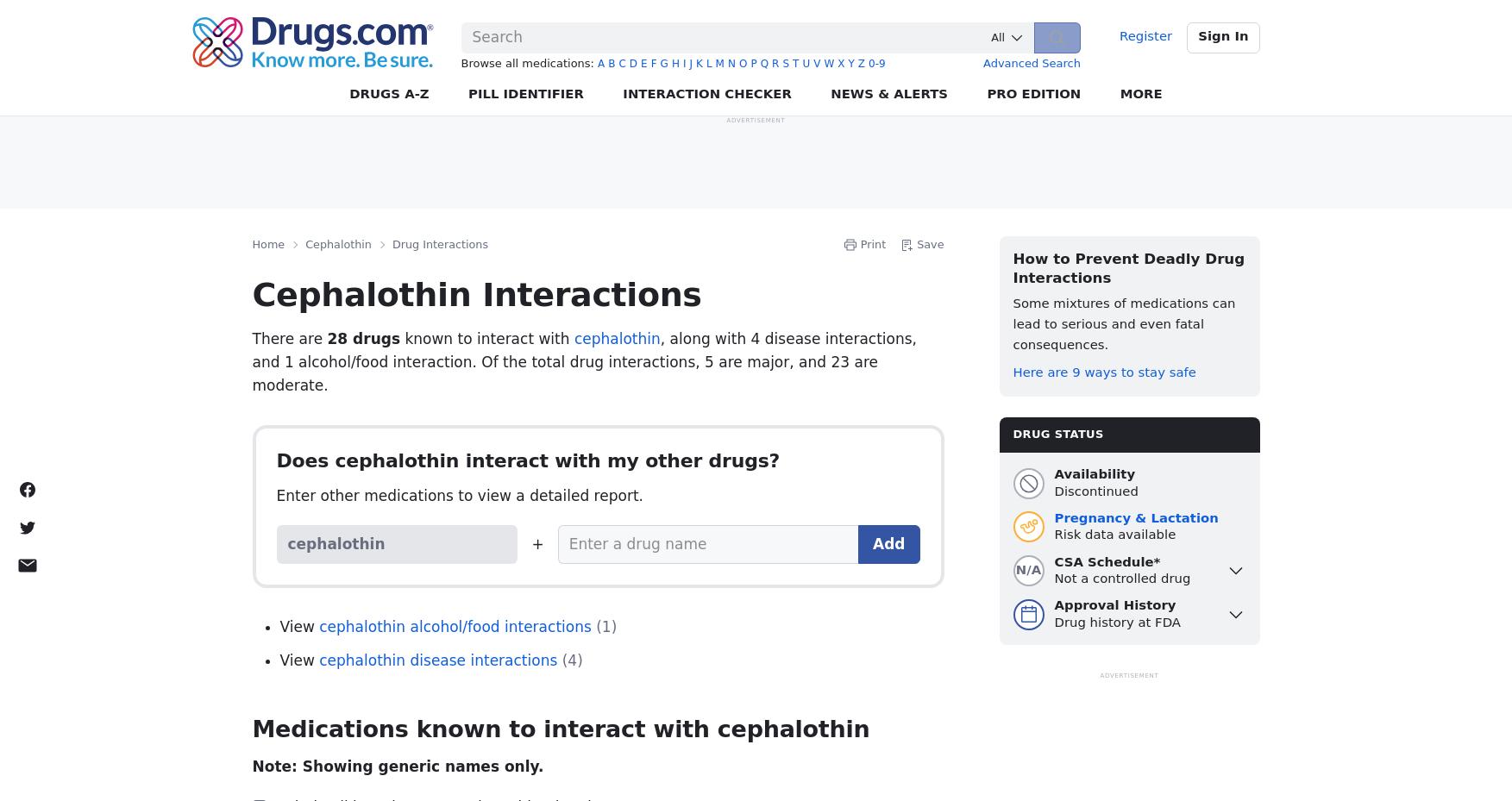 The width and height of the screenshot is (1512, 801). Describe the element at coordinates (737, 63) in the screenshot. I see `'o'` at that location.